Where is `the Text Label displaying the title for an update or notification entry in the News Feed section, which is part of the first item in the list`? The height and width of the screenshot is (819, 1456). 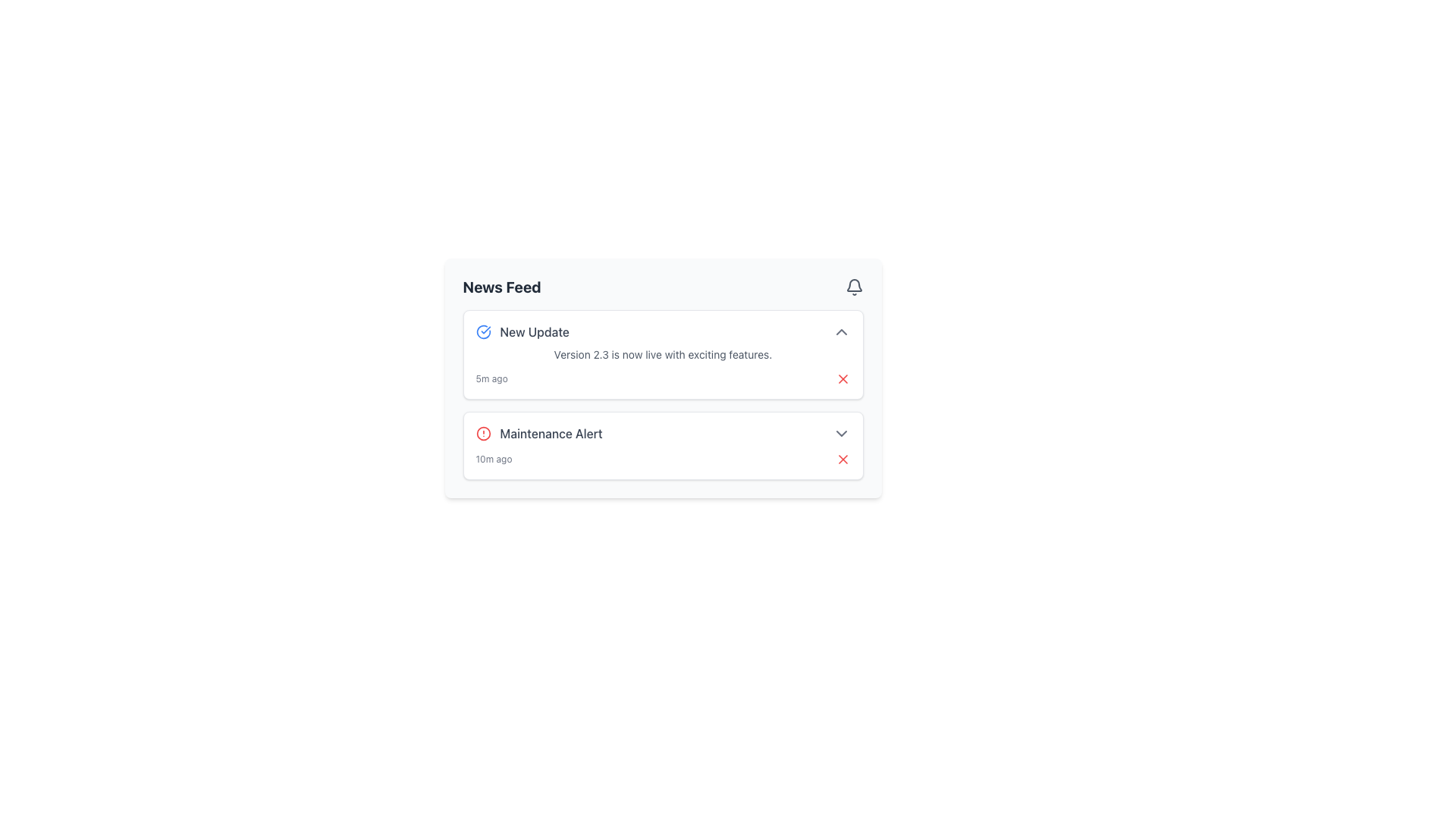 the Text Label displaying the title for an update or notification entry in the News Feed section, which is part of the first item in the list is located at coordinates (522, 331).